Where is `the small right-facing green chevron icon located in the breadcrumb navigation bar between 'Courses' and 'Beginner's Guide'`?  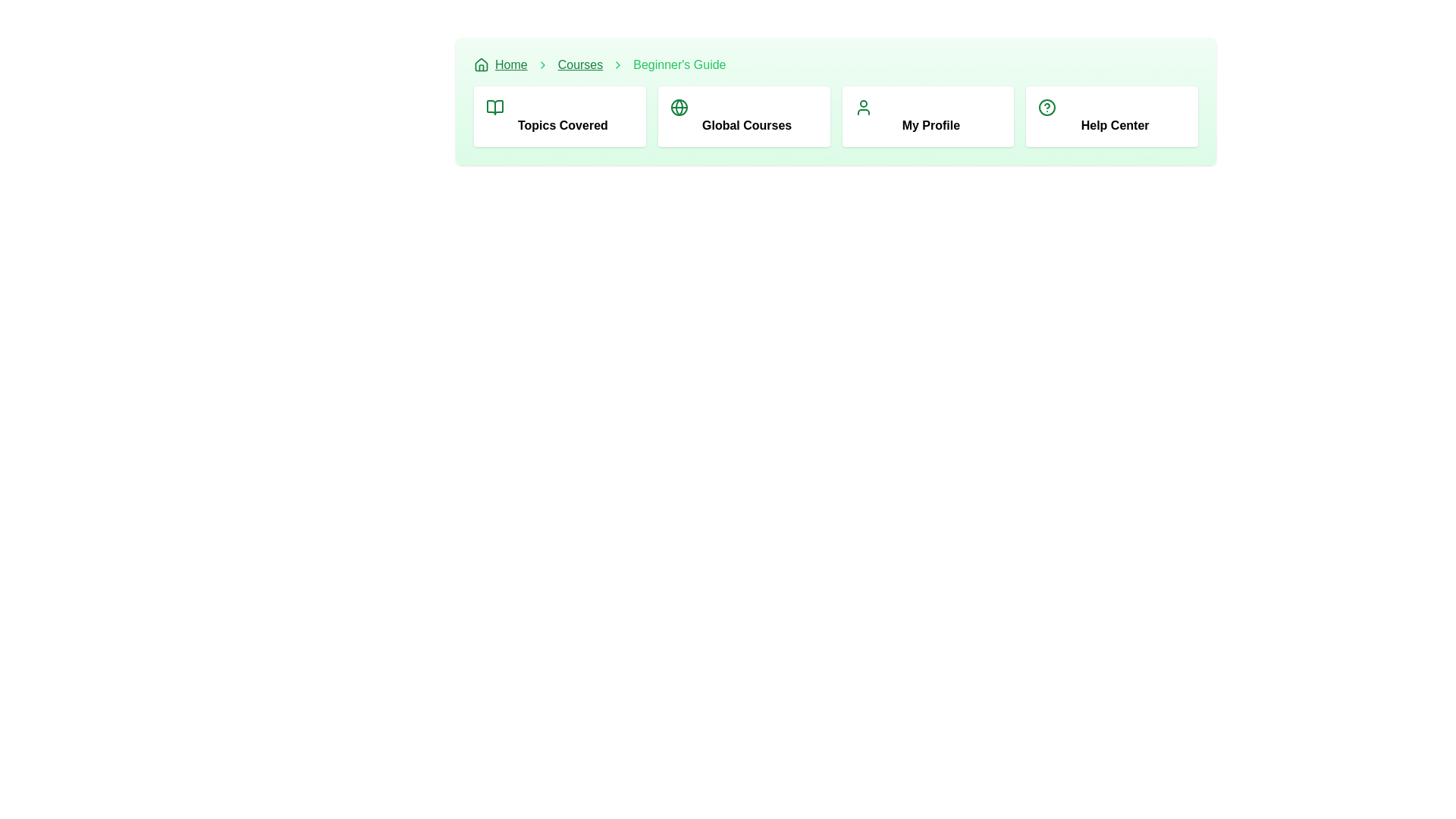 the small right-facing green chevron icon located in the breadcrumb navigation bar between 'Courses' and 'Beginner's Guide' is located at coordinates (618, 64).